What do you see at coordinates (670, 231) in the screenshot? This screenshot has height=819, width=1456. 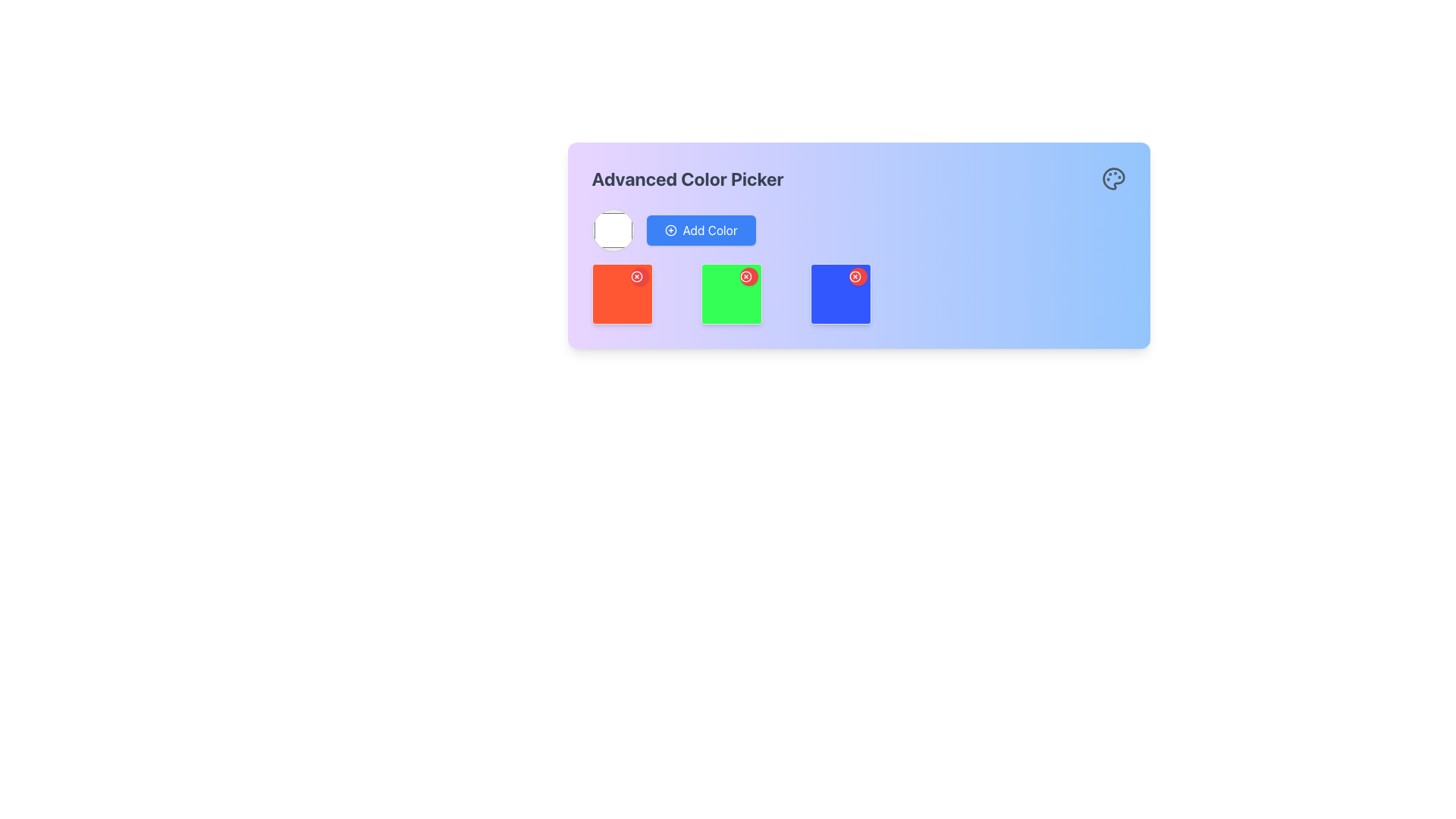 I see `the '+' icon located to the left of the 'Add Color' button in the top-center section of the interface` at bounding box center [670, 231].